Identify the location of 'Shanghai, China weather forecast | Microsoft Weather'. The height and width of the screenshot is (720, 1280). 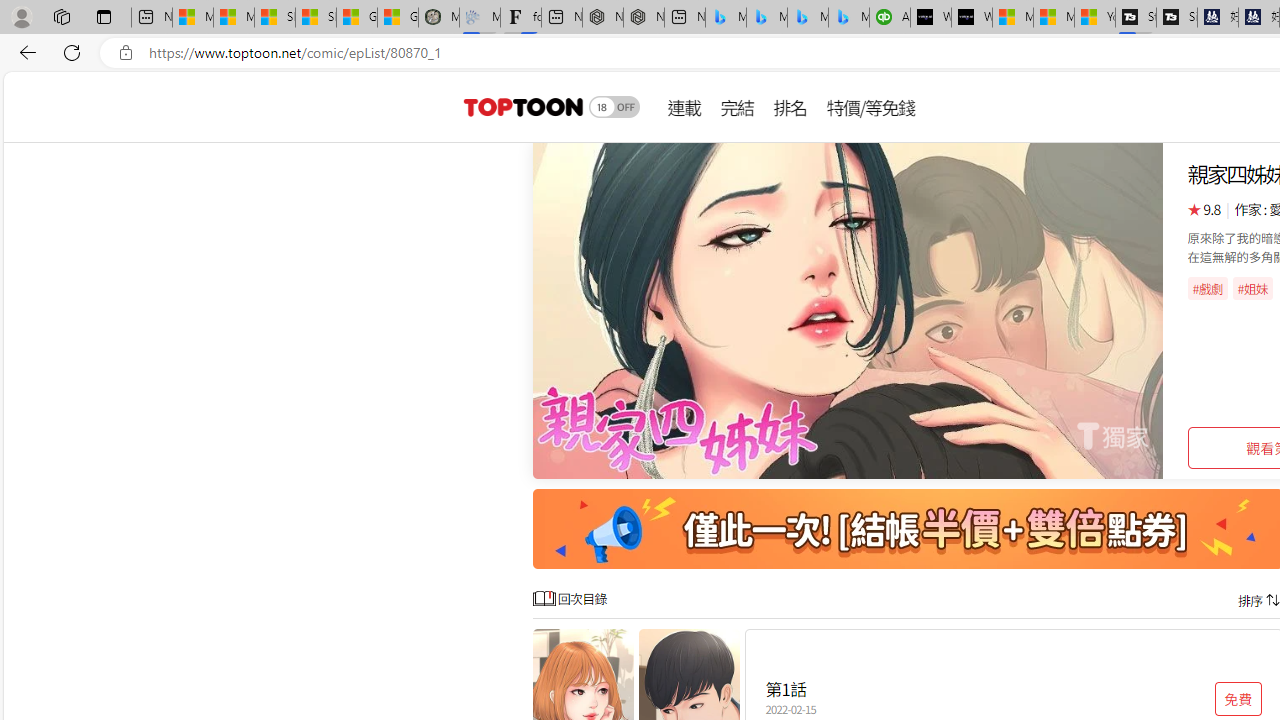
(315, 17).